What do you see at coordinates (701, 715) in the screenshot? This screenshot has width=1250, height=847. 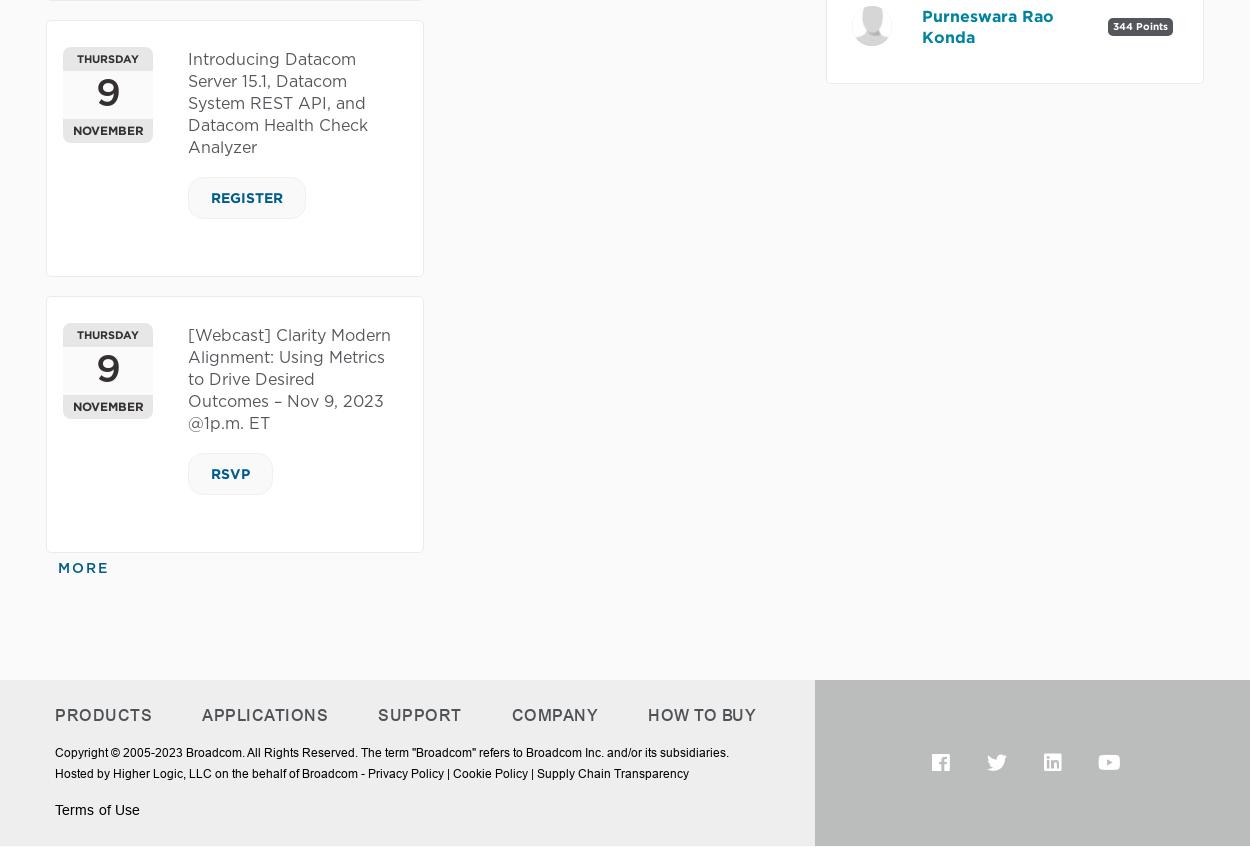 I see `'How To Buy'` at bounding box center [701, 715].